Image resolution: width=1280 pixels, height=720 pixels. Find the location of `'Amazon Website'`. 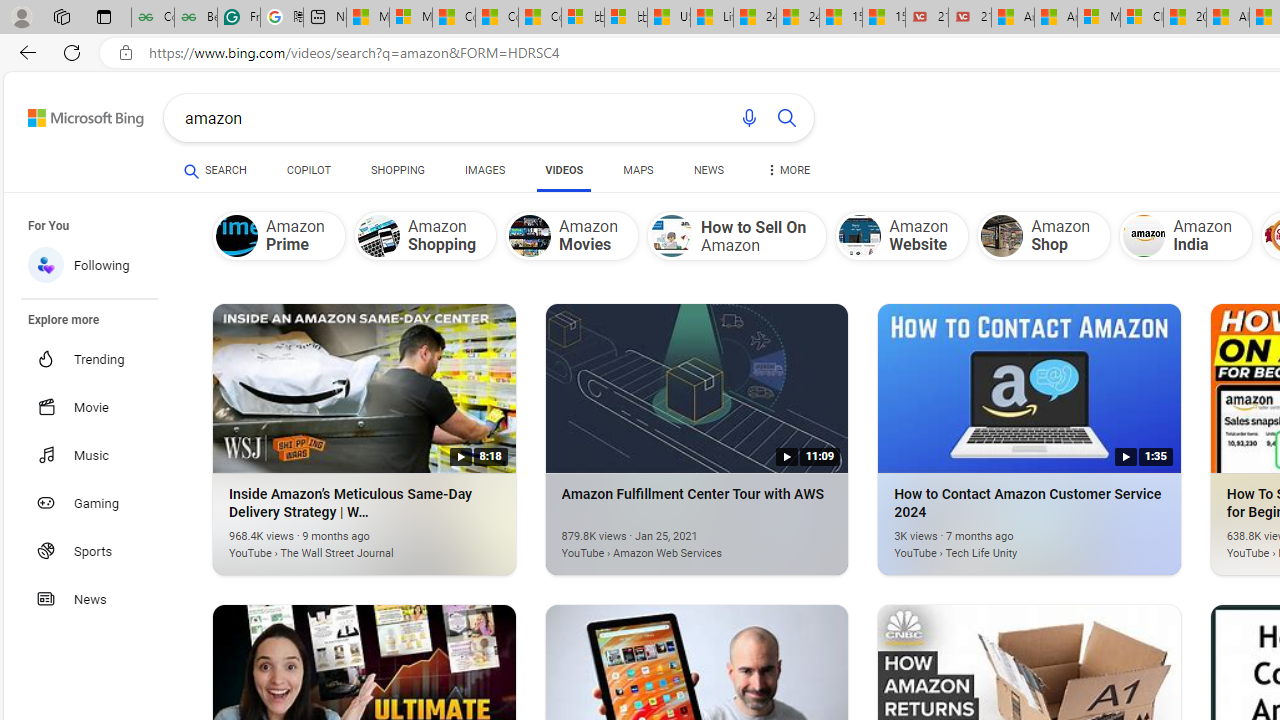

'Amazon Website' is located at coordinates (901, 234).